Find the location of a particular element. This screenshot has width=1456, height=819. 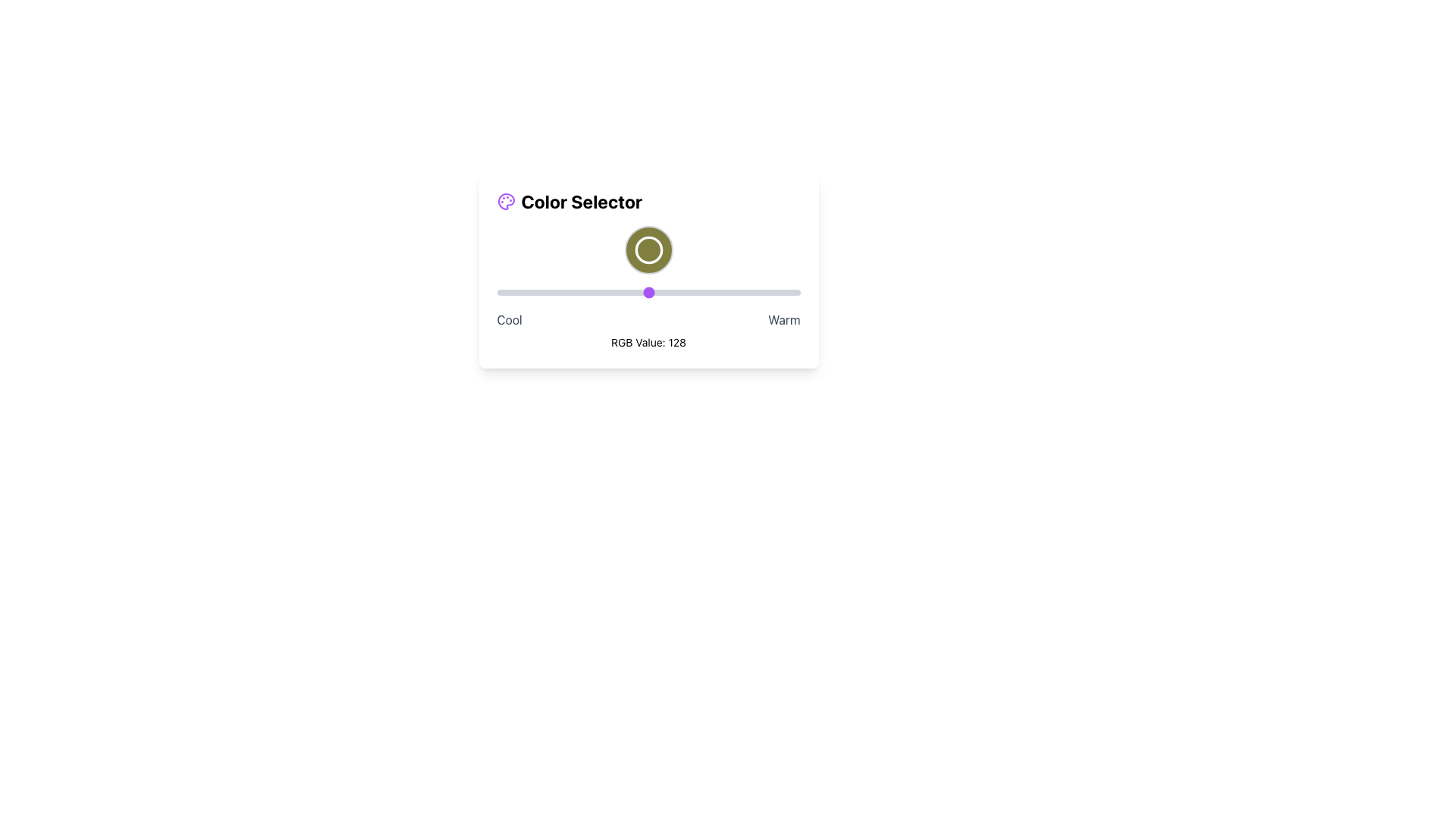

the color selector is located at coordinates (733, 292).